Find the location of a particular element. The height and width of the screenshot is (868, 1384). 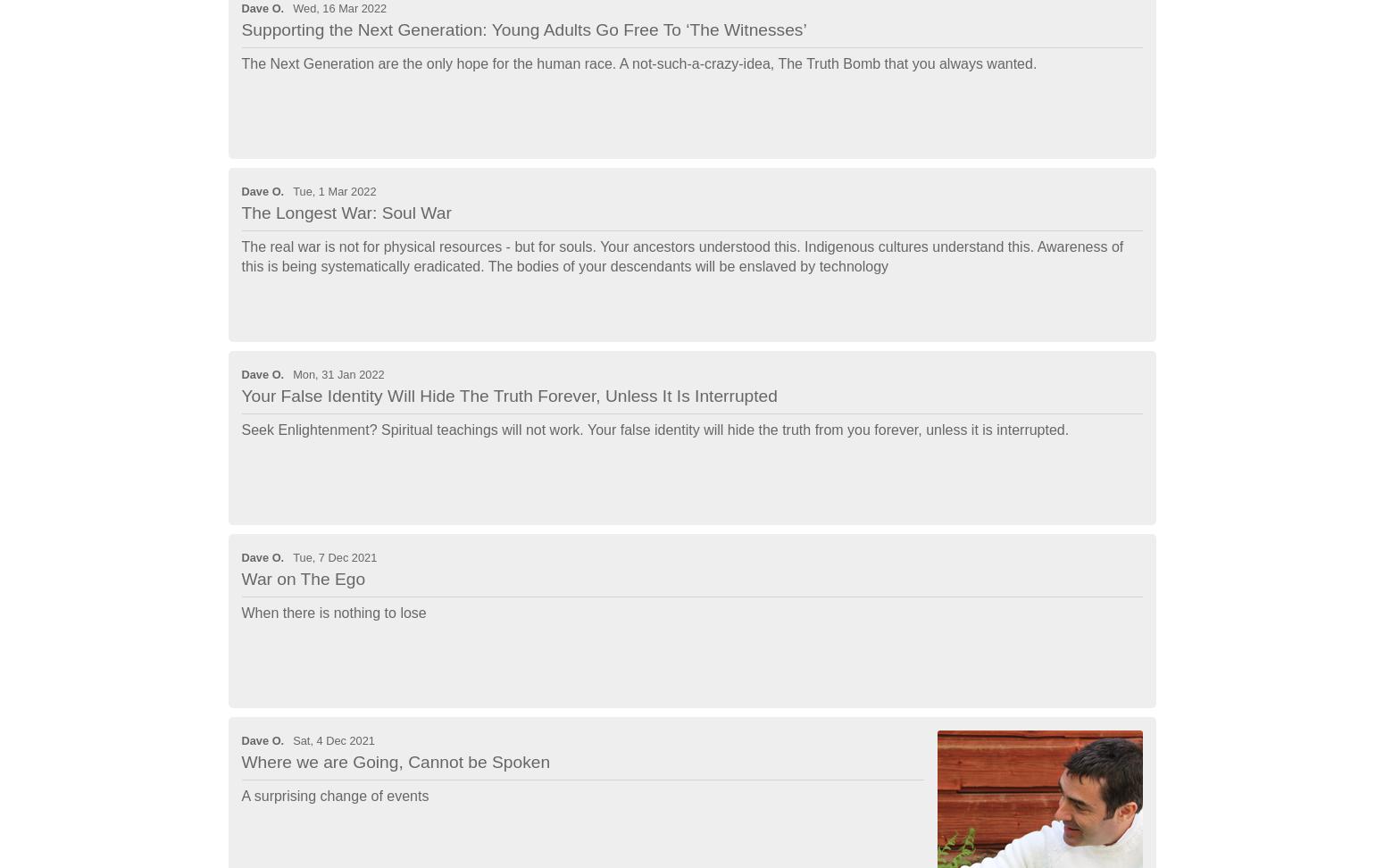

'Your False Identity Will Hide The Truth Forever, Unless It Is Interrupted' is located at coordinates (508, 394).